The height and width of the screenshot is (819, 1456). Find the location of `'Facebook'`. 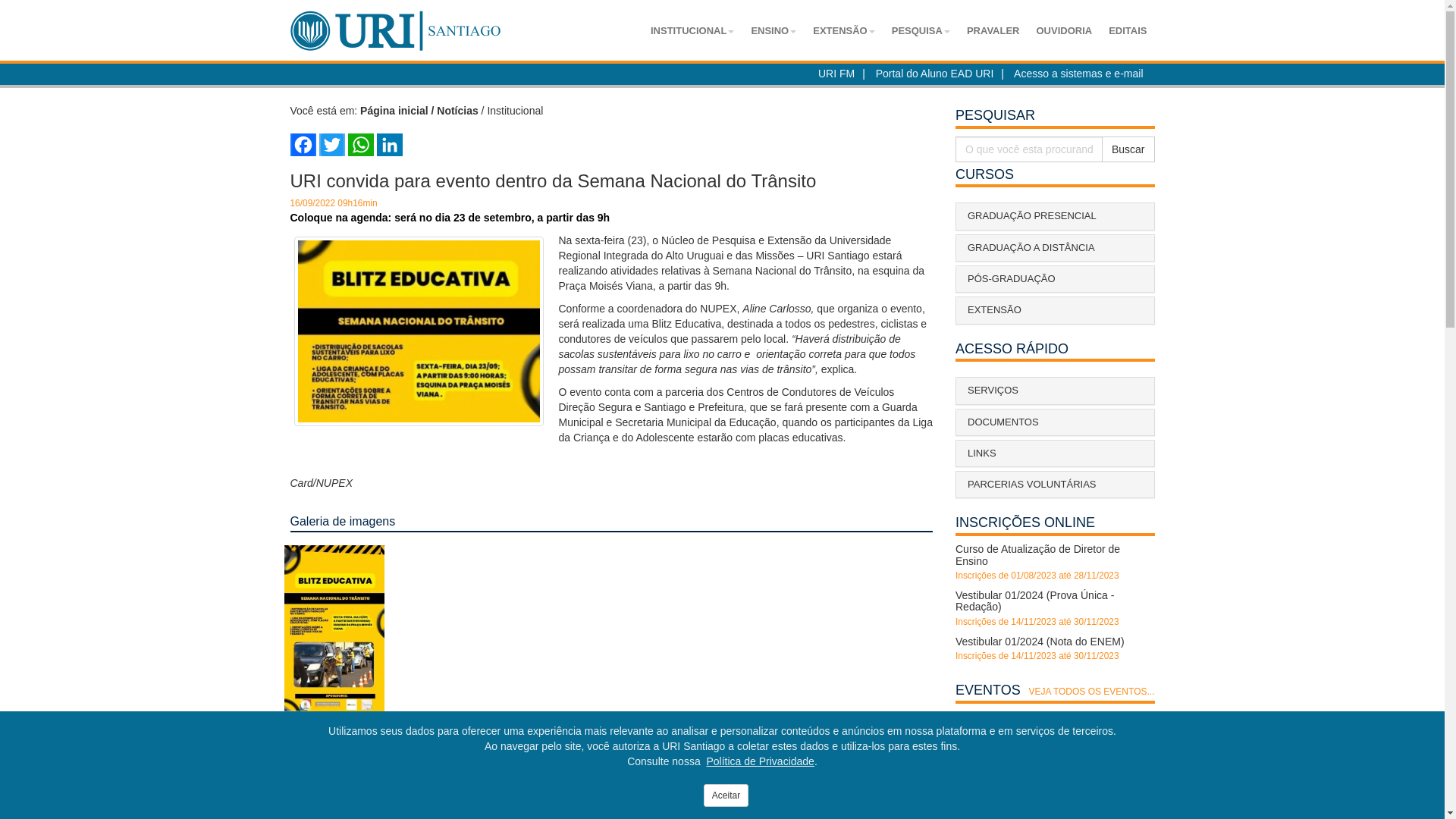

'Facebook' is located at coordinates (302, 145).